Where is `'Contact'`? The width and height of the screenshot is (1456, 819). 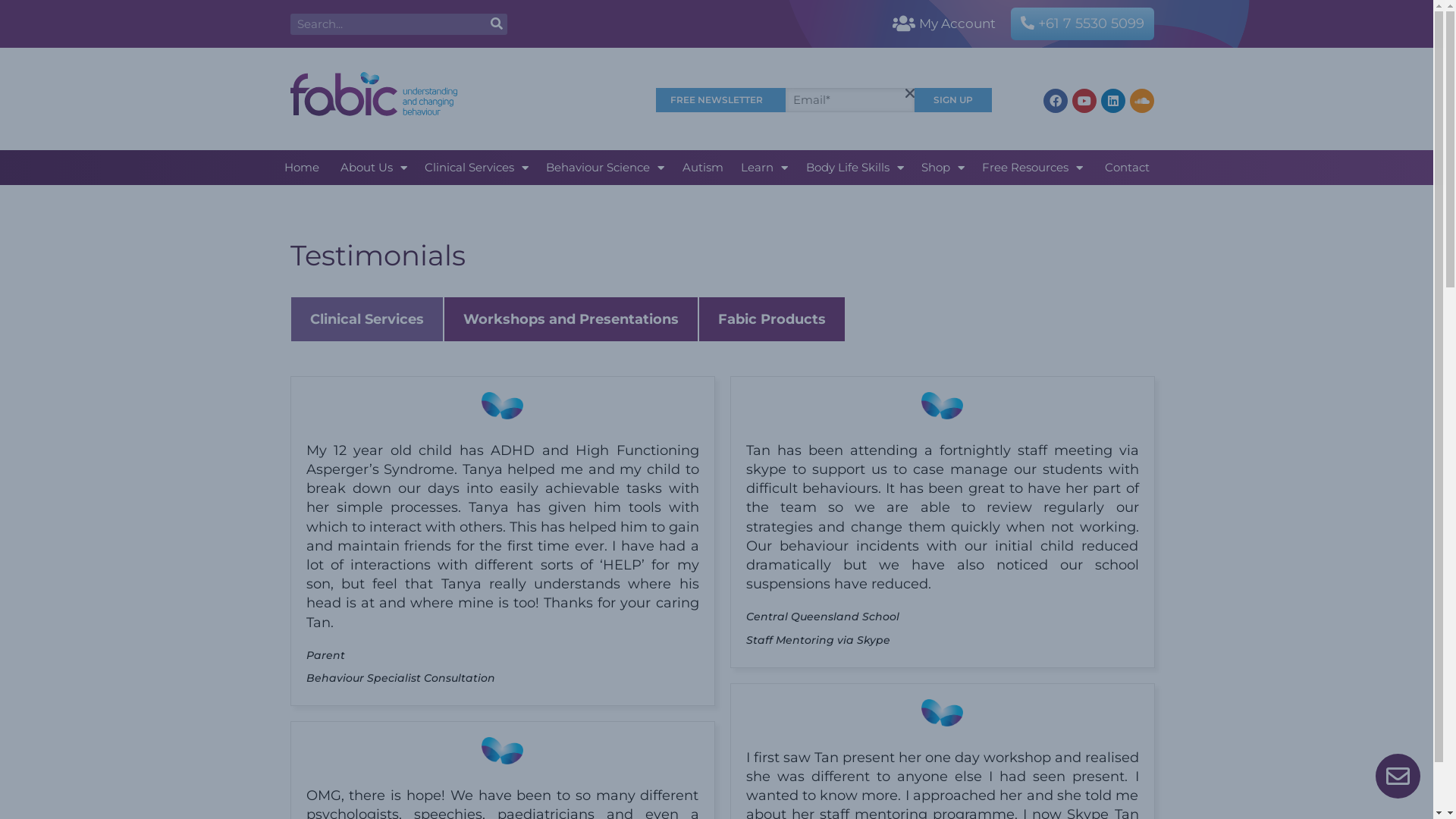 'Contact' is located at coordinates (1123, 167).